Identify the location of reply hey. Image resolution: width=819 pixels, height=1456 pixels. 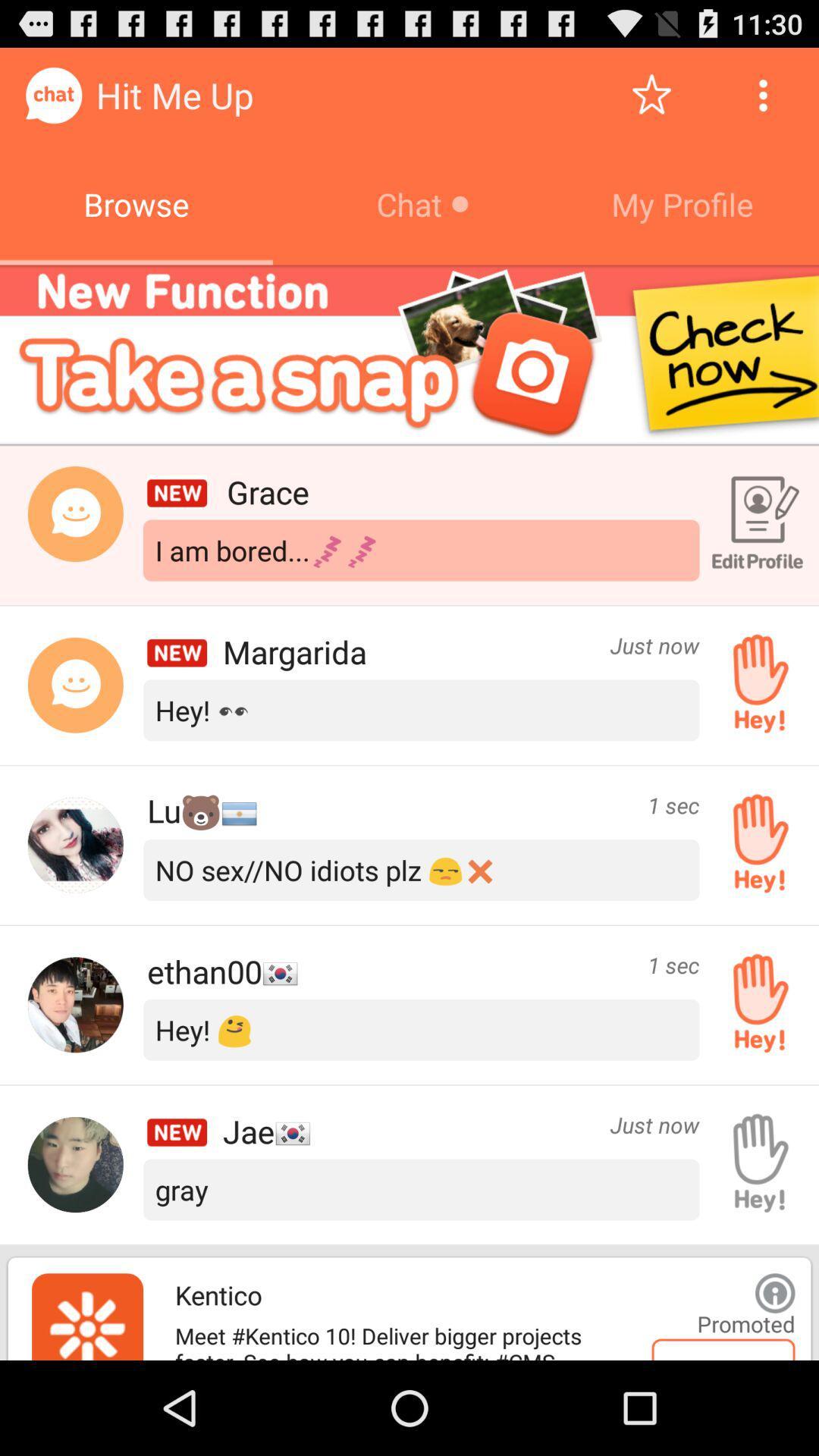
(755, 1005).